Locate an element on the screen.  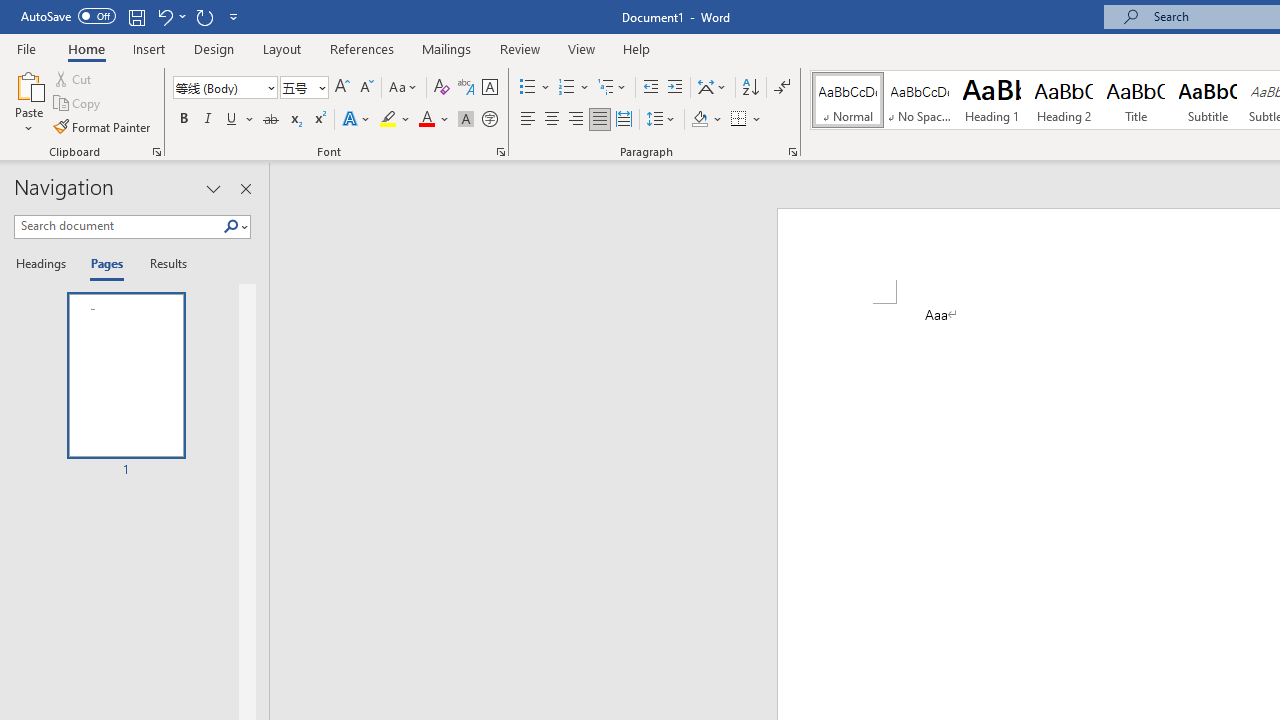
'Subtitle' is located at coordinates (1207, 100).